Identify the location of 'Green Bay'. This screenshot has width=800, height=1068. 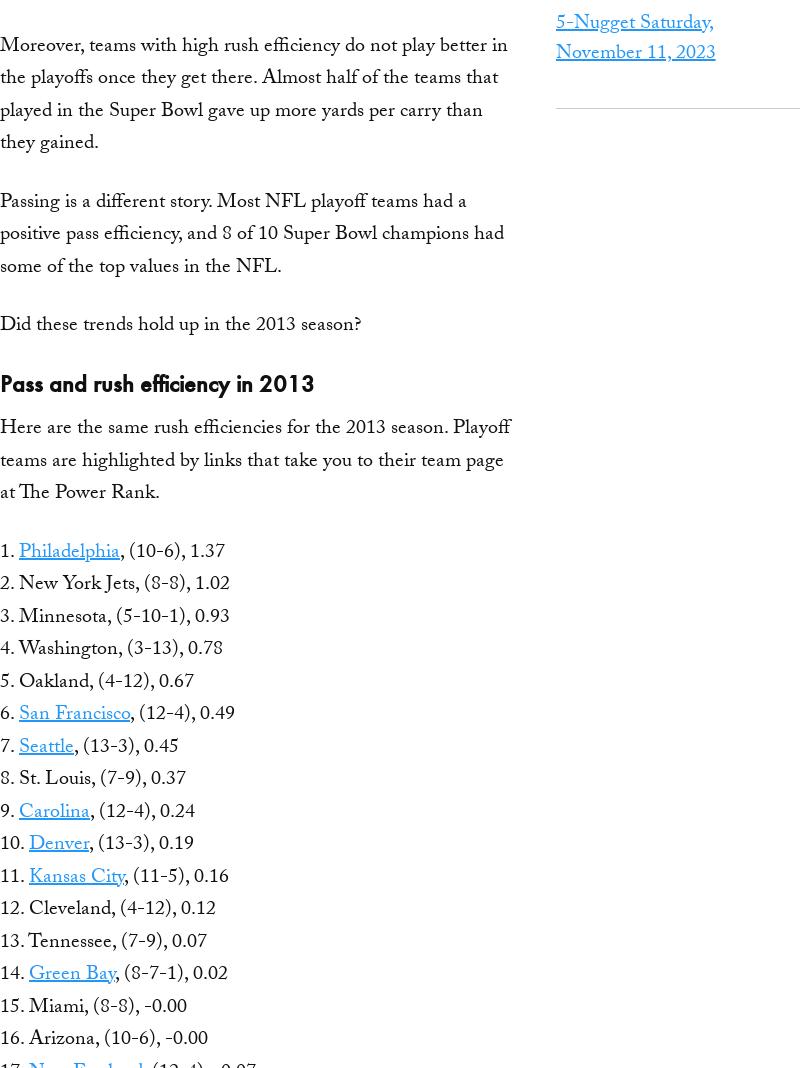
(72, 976).